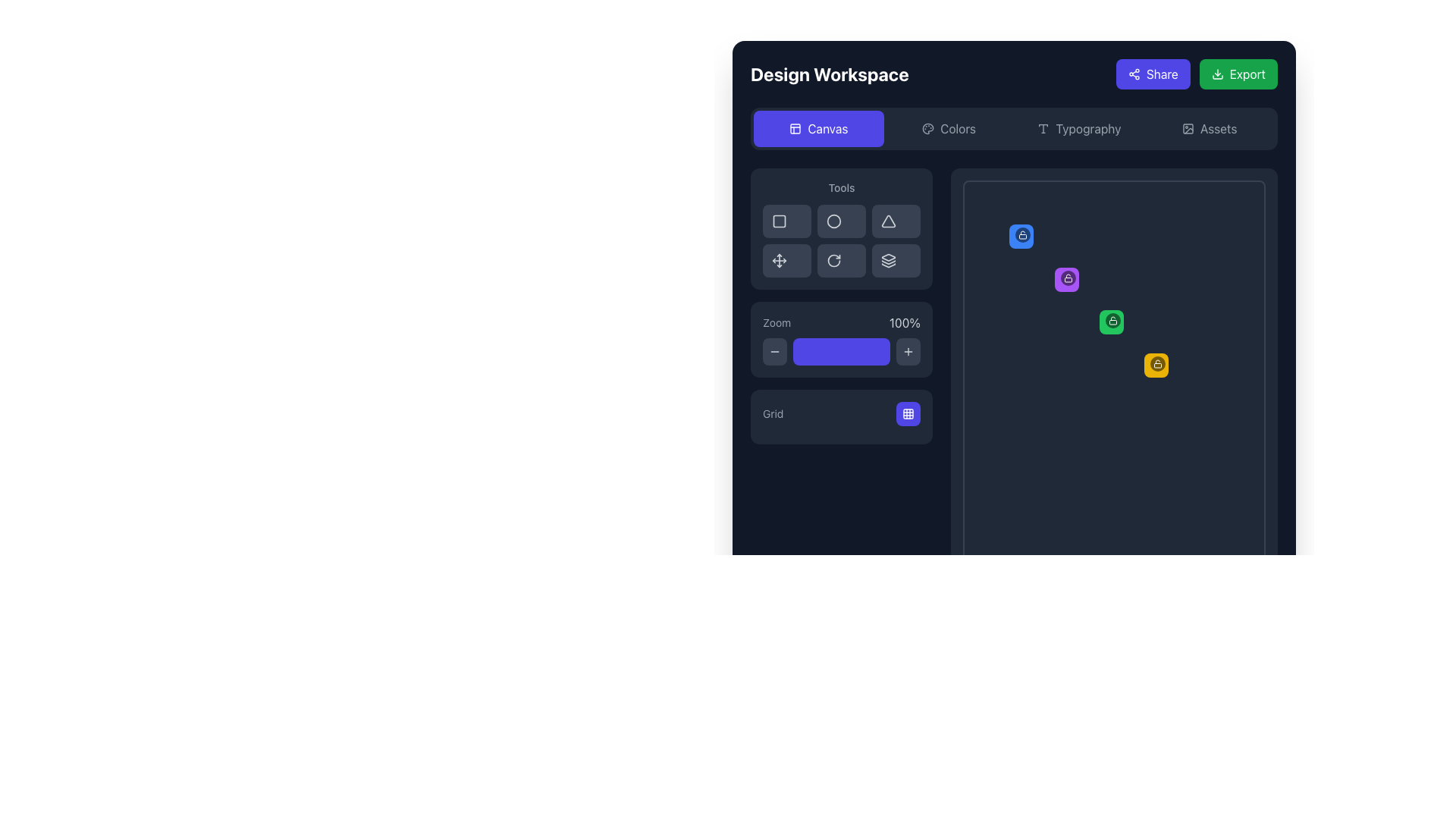 Image resolution: width=1456 pixels, height=819 pixels. I want to click on the fifth icon in the vertical list of tool options located in the 'Tools' section of the UI, so click(779, 259).